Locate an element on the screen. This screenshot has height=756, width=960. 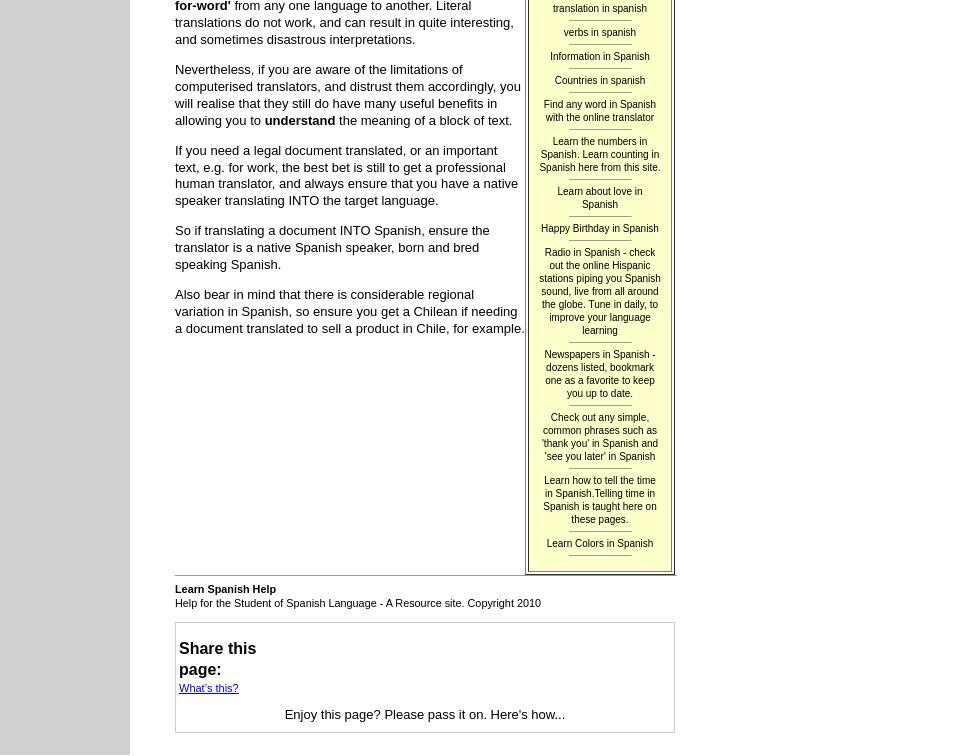
'Check out any simple, common phrases such as 'thank you' in Spanish and 'see you later' in Spanish' is located at coordinates (599, 434).